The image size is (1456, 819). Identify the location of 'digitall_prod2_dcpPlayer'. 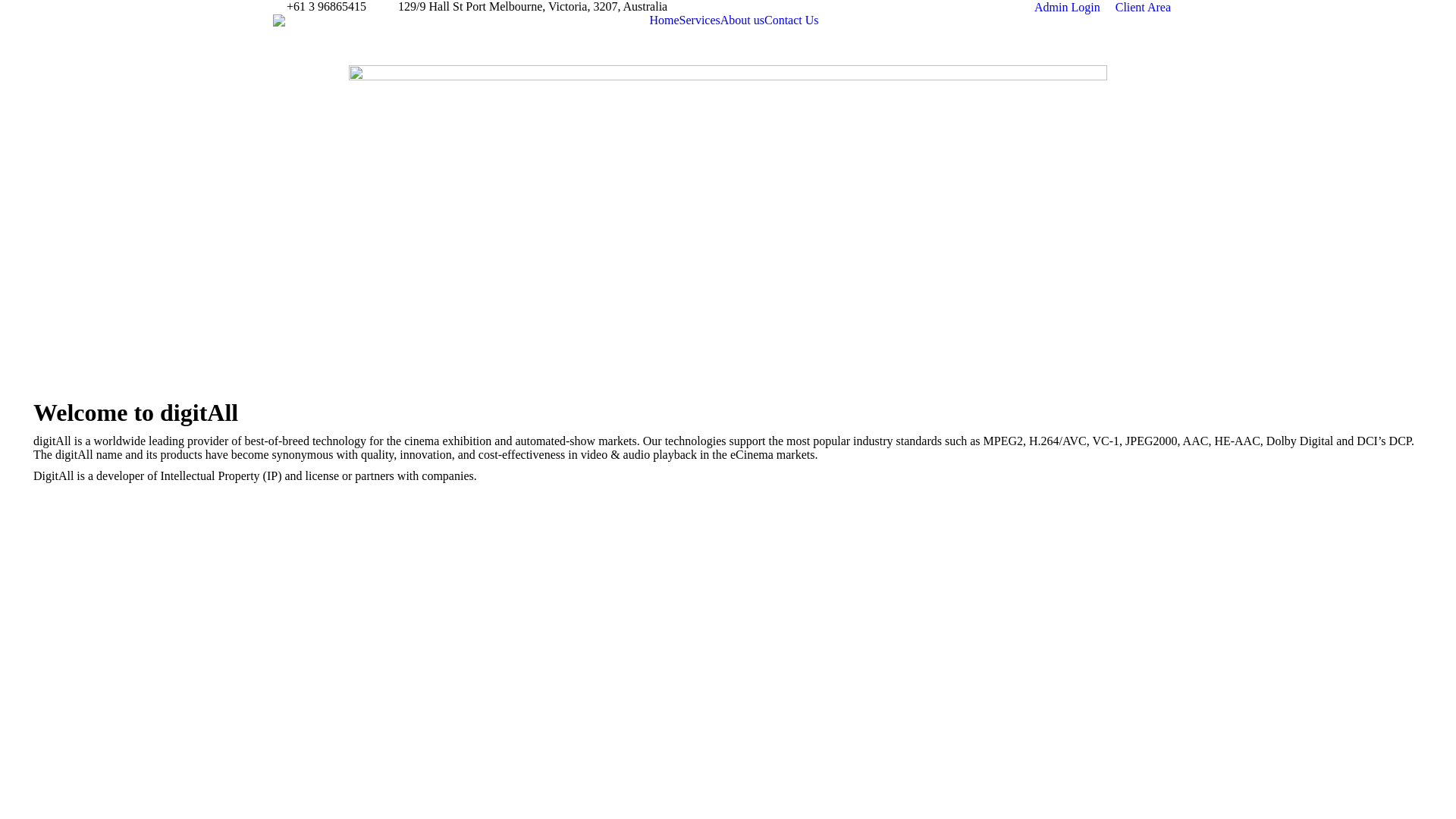
(728, 216).